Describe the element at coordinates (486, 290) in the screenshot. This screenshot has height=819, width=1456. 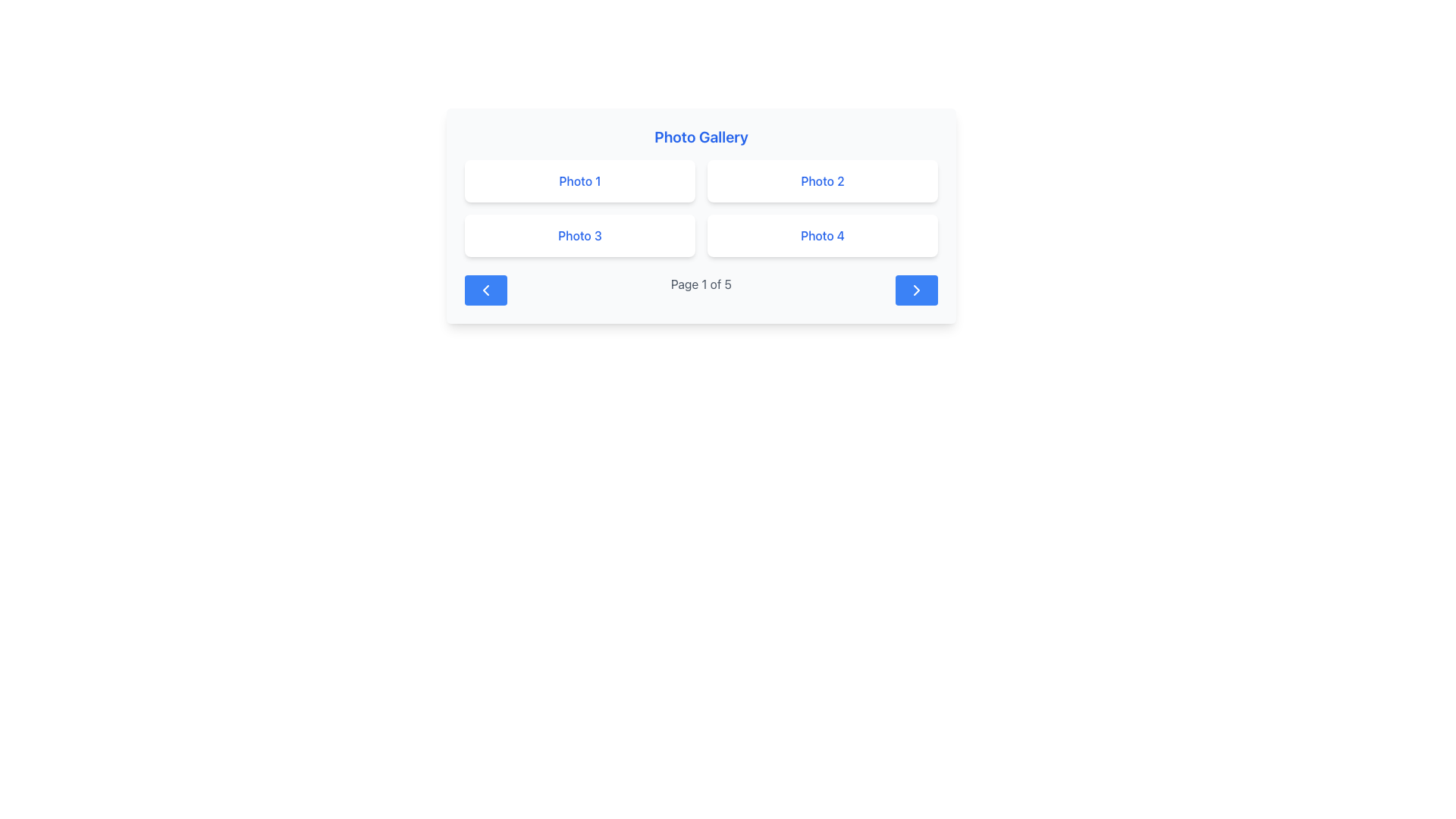
I see `the navigation icon within the blue rectangular button` at that location.